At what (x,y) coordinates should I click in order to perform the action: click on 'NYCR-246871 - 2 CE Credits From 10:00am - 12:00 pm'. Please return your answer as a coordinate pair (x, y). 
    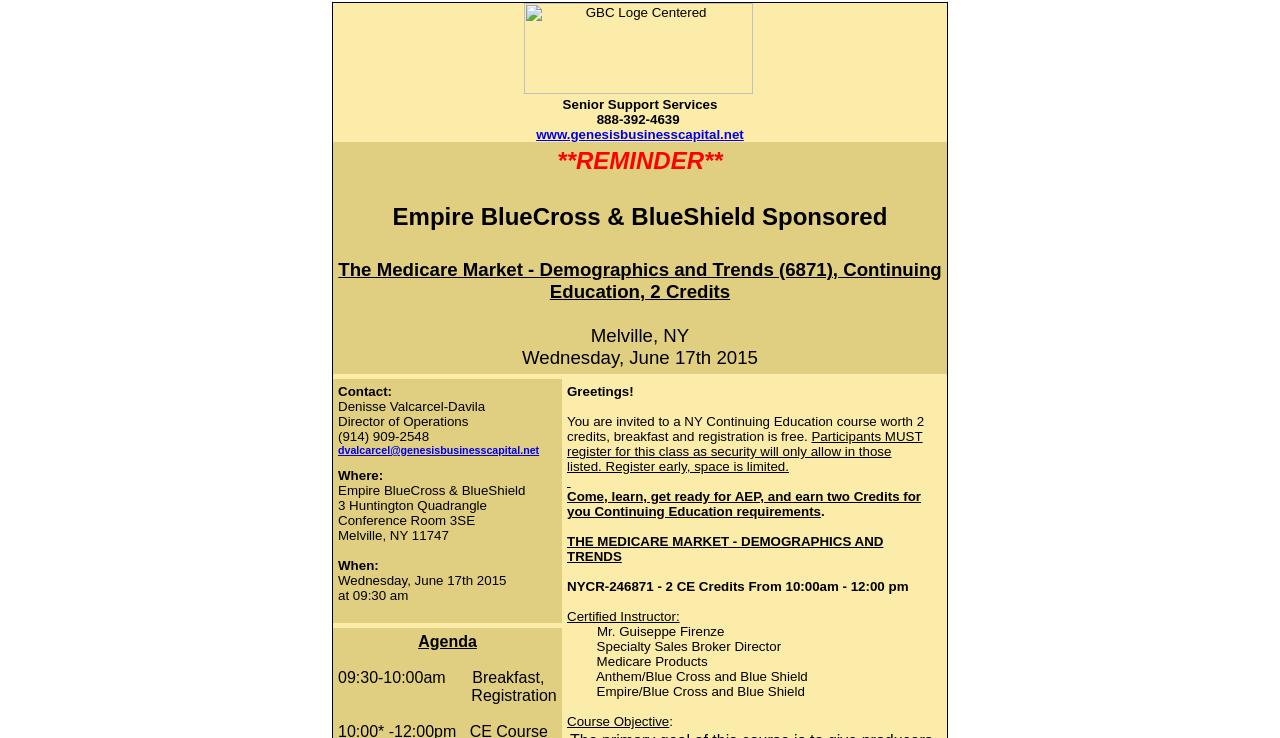
    Looking at the image, I should click on (736, 586).